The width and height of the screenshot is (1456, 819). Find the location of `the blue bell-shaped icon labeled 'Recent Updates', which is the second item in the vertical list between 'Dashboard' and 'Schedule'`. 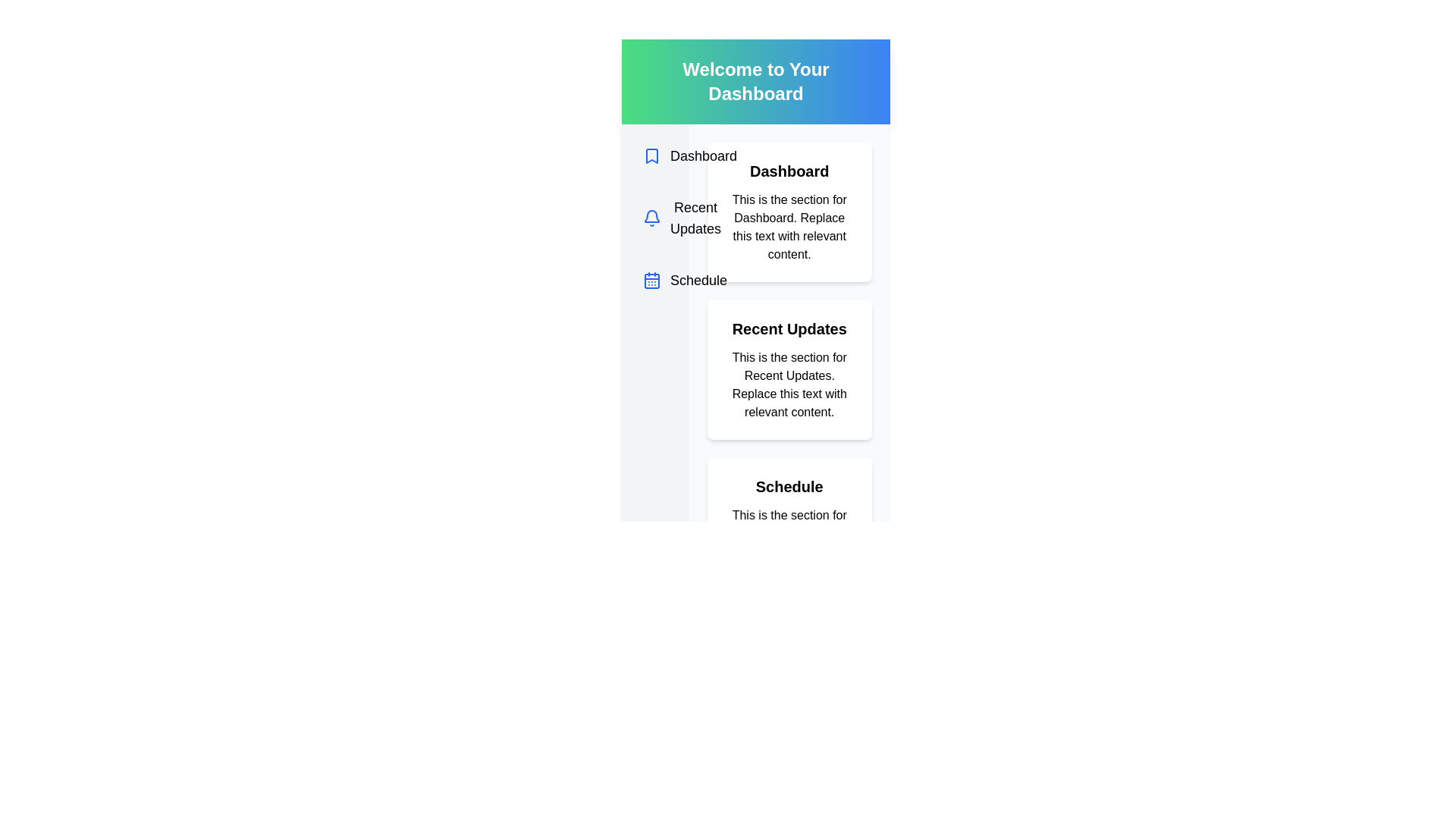

the blue bell-shaped icon labeled 'Recent Updates', which is the second item in the vertical list between 'Dashboard' and 'Schedule' is located at coordinates (655, 218).